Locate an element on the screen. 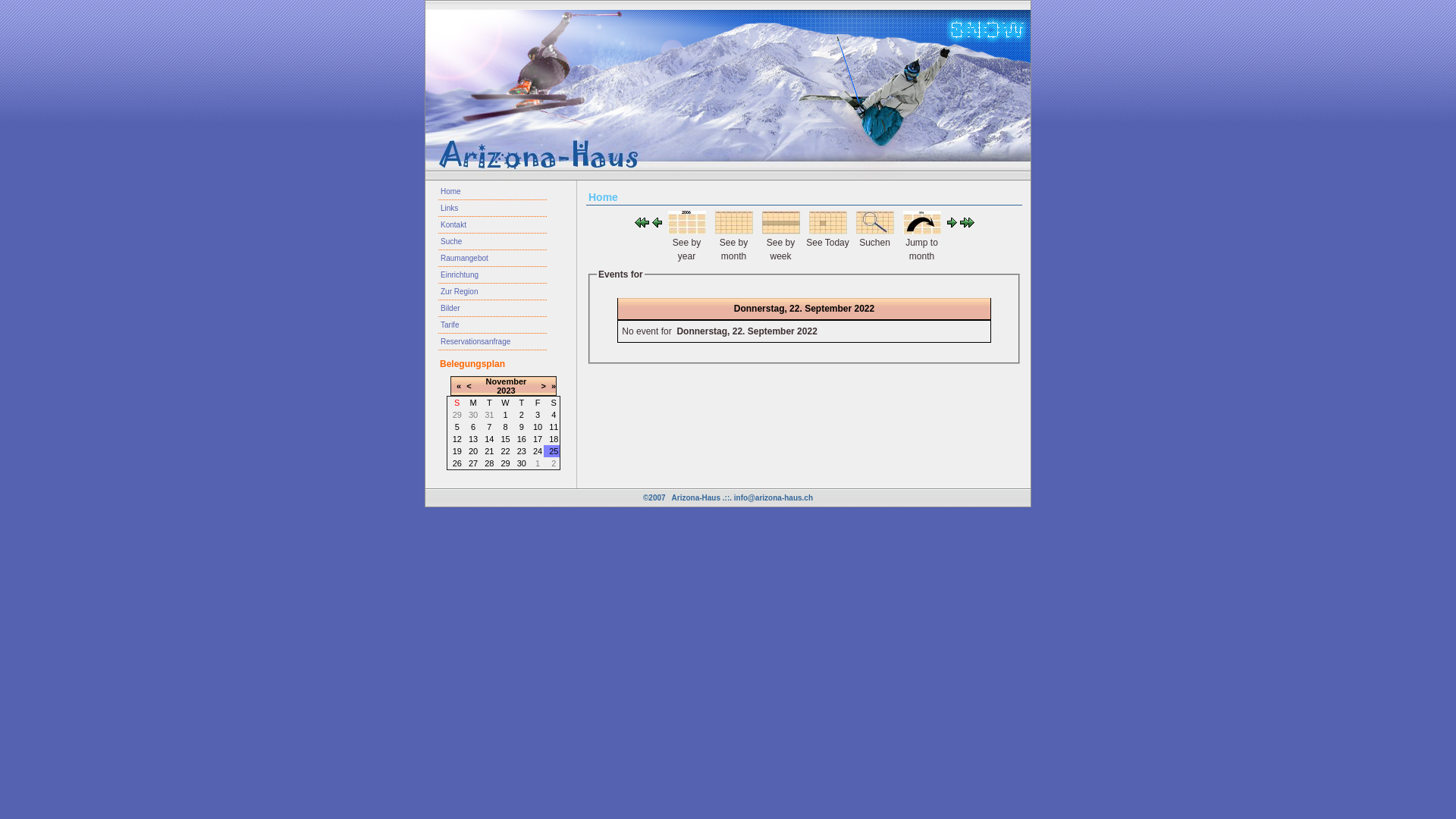 The image size is (1456, 819). '2023' is located at coordinates (506, 390).